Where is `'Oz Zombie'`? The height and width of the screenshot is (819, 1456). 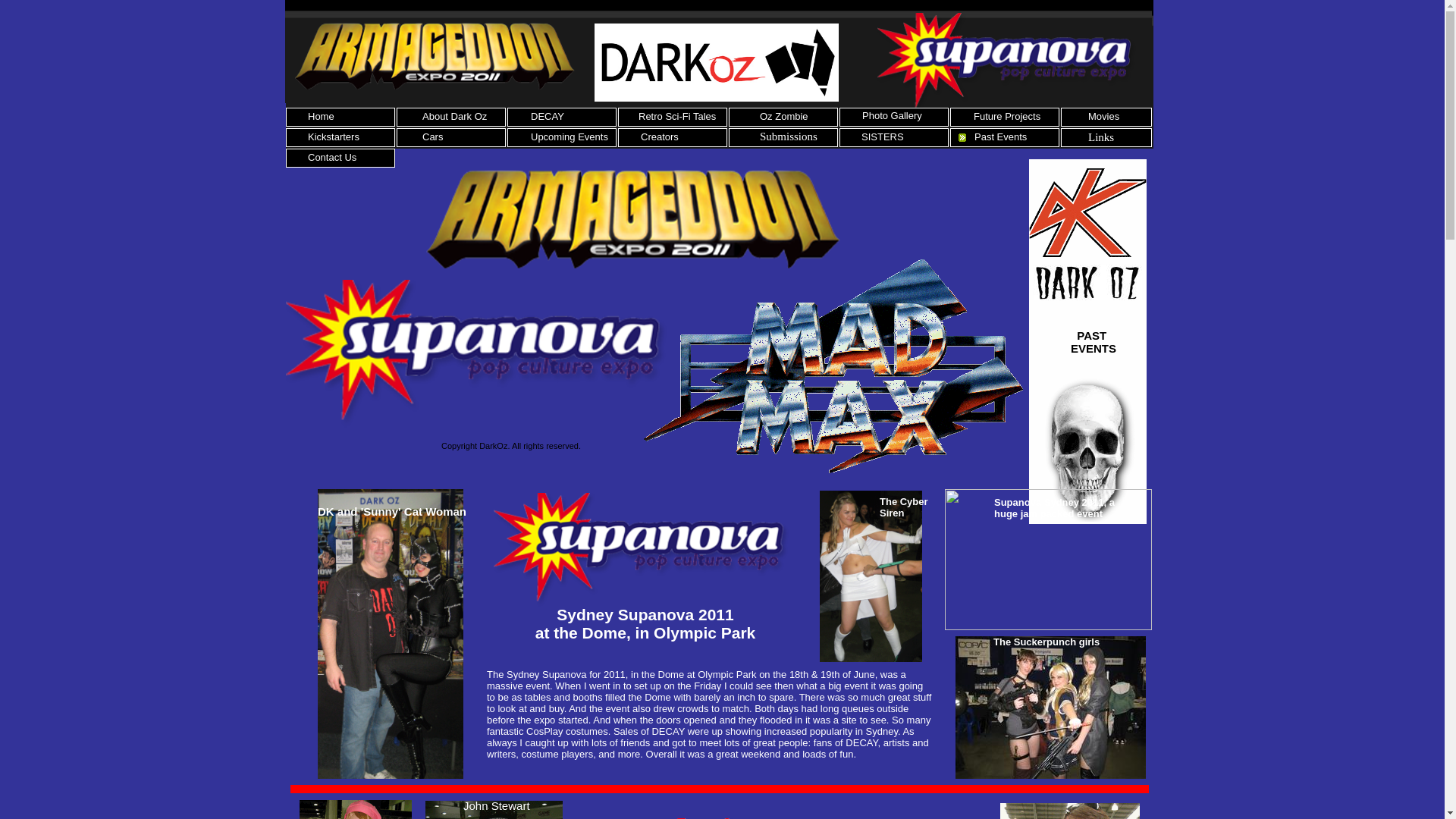 'Oz Zombie' is located at coordinates (783, 115).